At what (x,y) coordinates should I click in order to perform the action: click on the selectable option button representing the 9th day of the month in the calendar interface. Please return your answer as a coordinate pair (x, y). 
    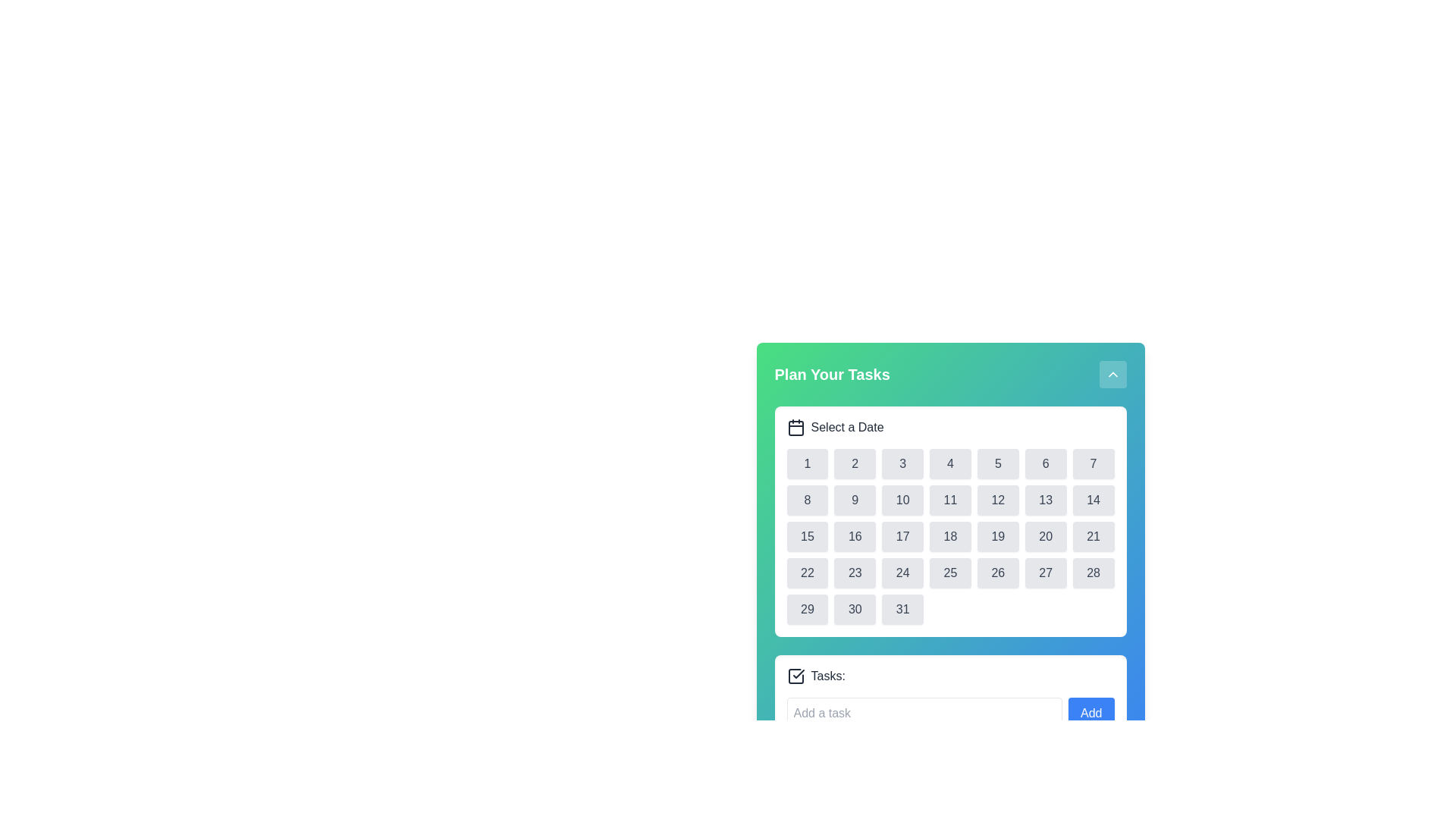
    Looking at the image, I should click on (855, 500).